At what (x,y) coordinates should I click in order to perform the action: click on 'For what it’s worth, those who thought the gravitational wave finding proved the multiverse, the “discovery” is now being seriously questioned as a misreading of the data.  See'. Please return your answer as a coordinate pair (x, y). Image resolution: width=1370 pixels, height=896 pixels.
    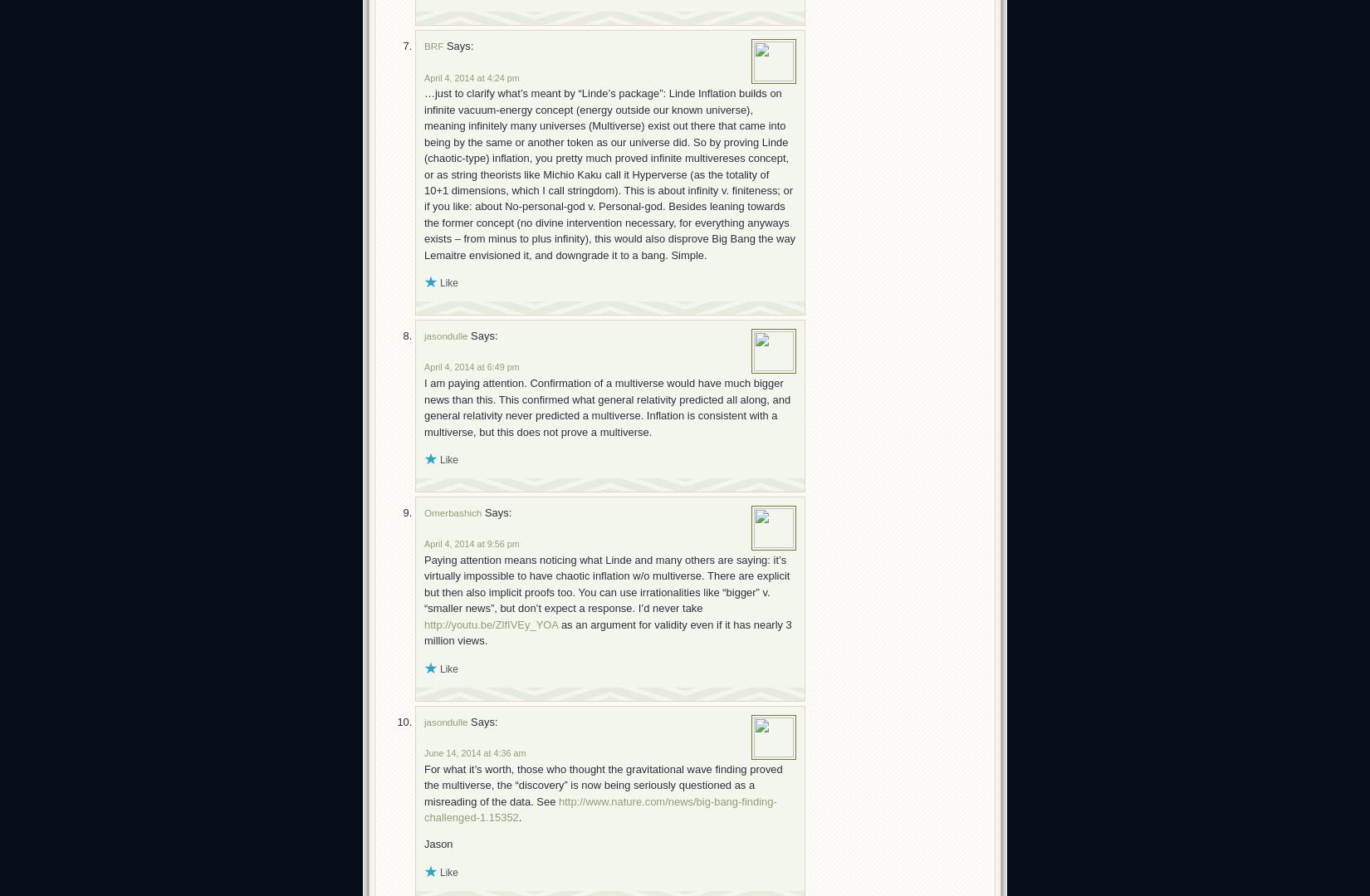
    Looking at the image, I should click on (423, 784).